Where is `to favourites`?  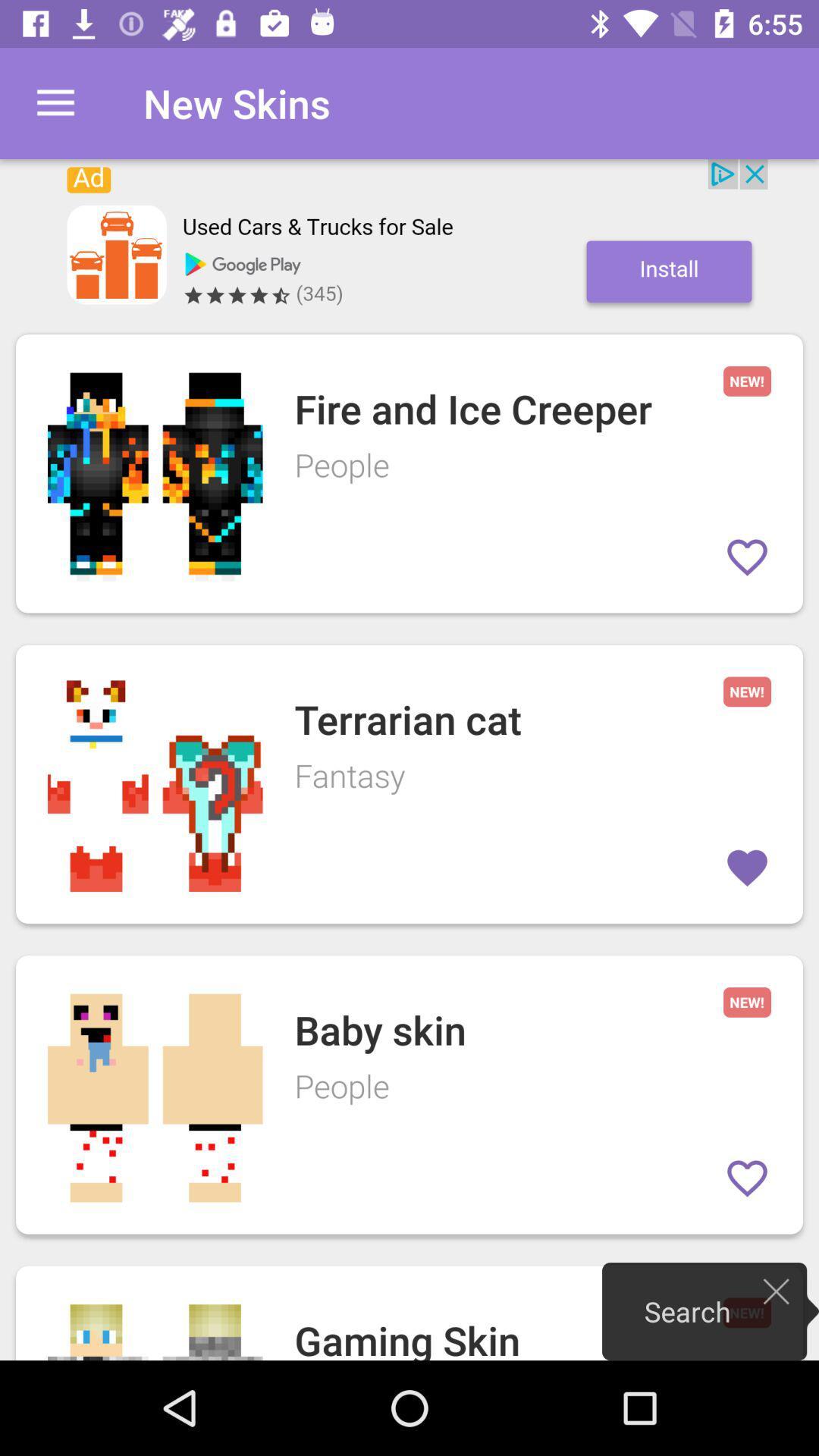 to favourites is located at coordinates (746, 1178).